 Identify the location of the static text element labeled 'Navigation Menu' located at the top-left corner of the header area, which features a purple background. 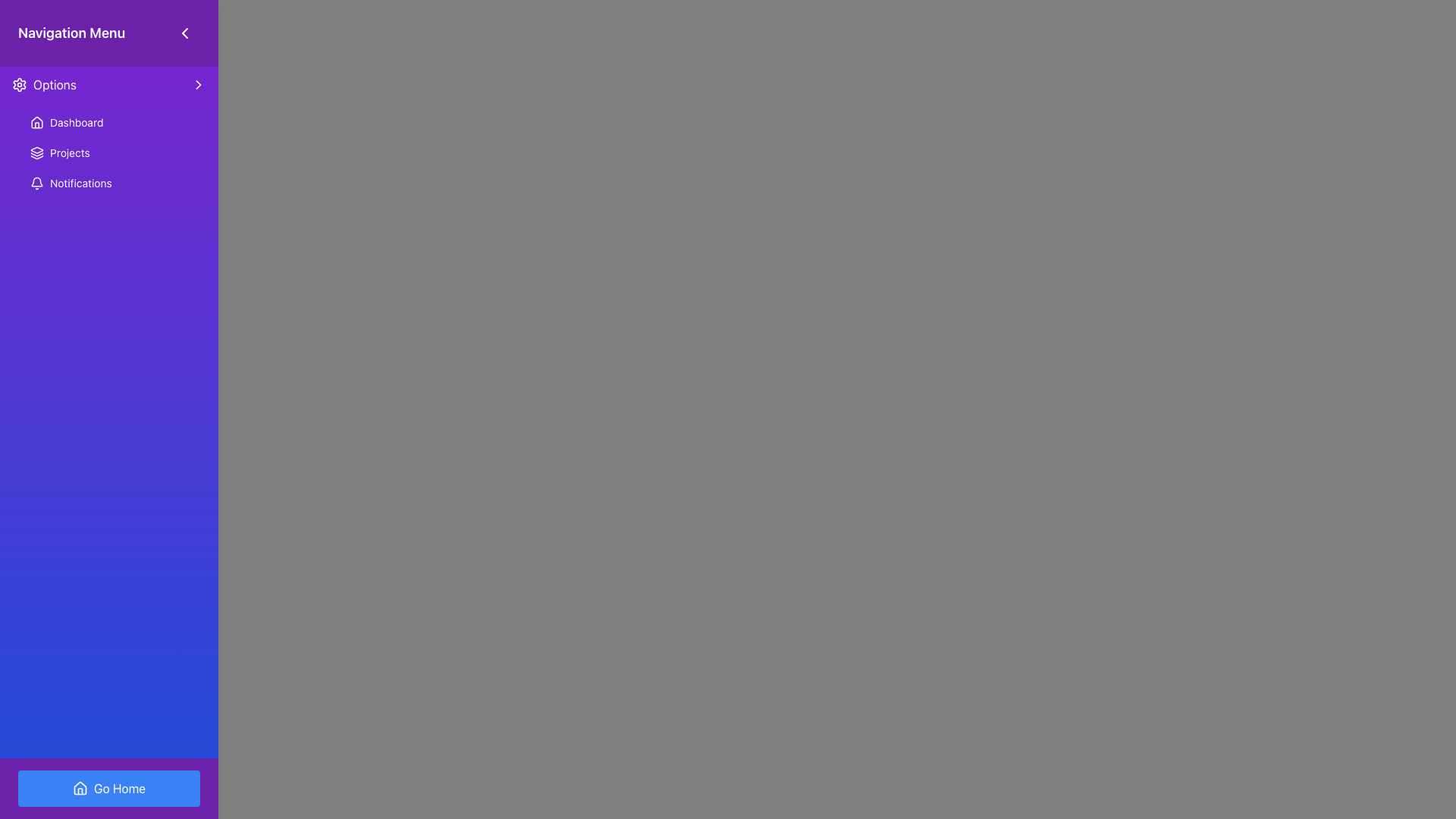
(71, 33).